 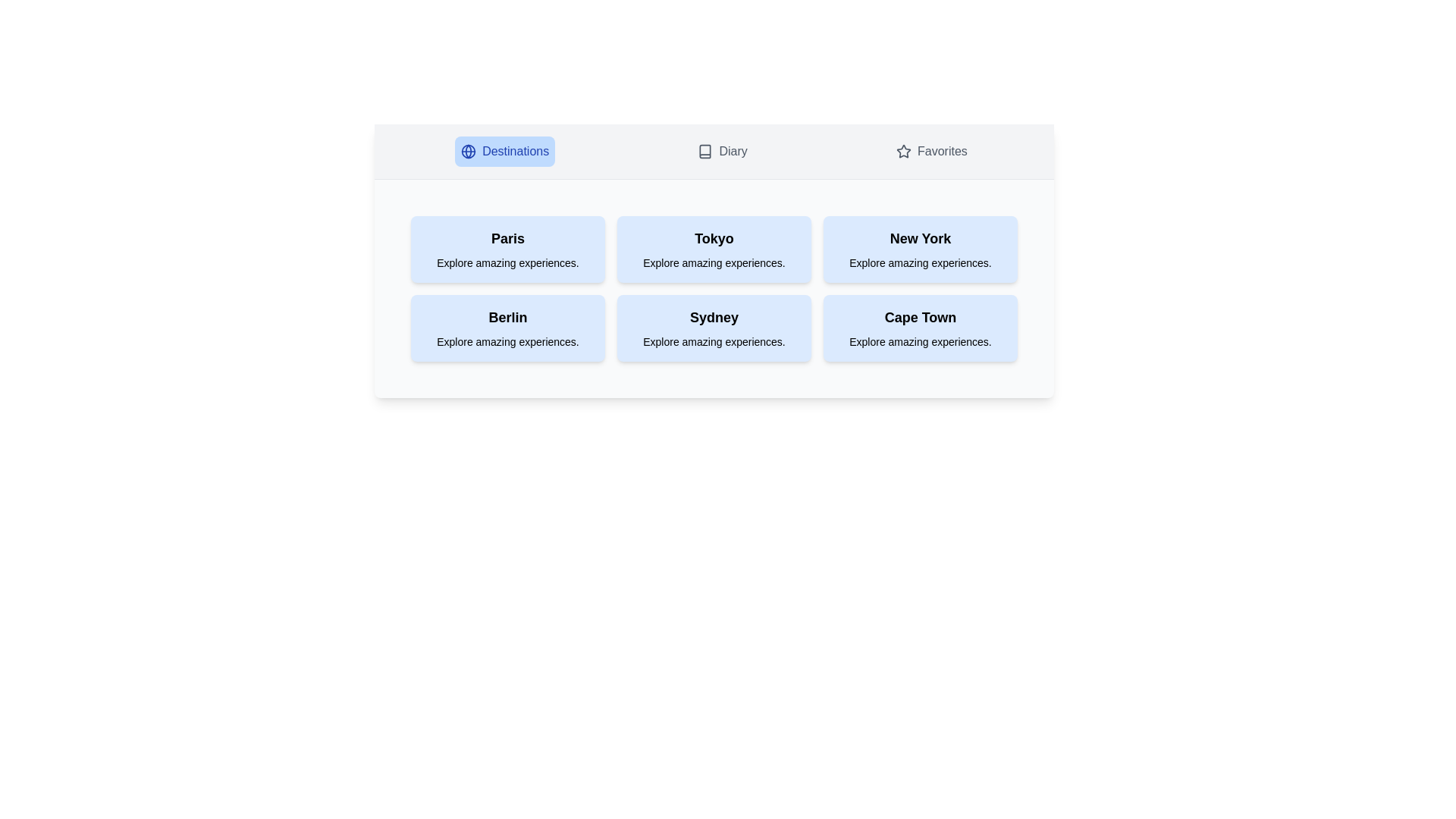 I want to click on the destination card labeled Paris, so click(x=508, y=248).